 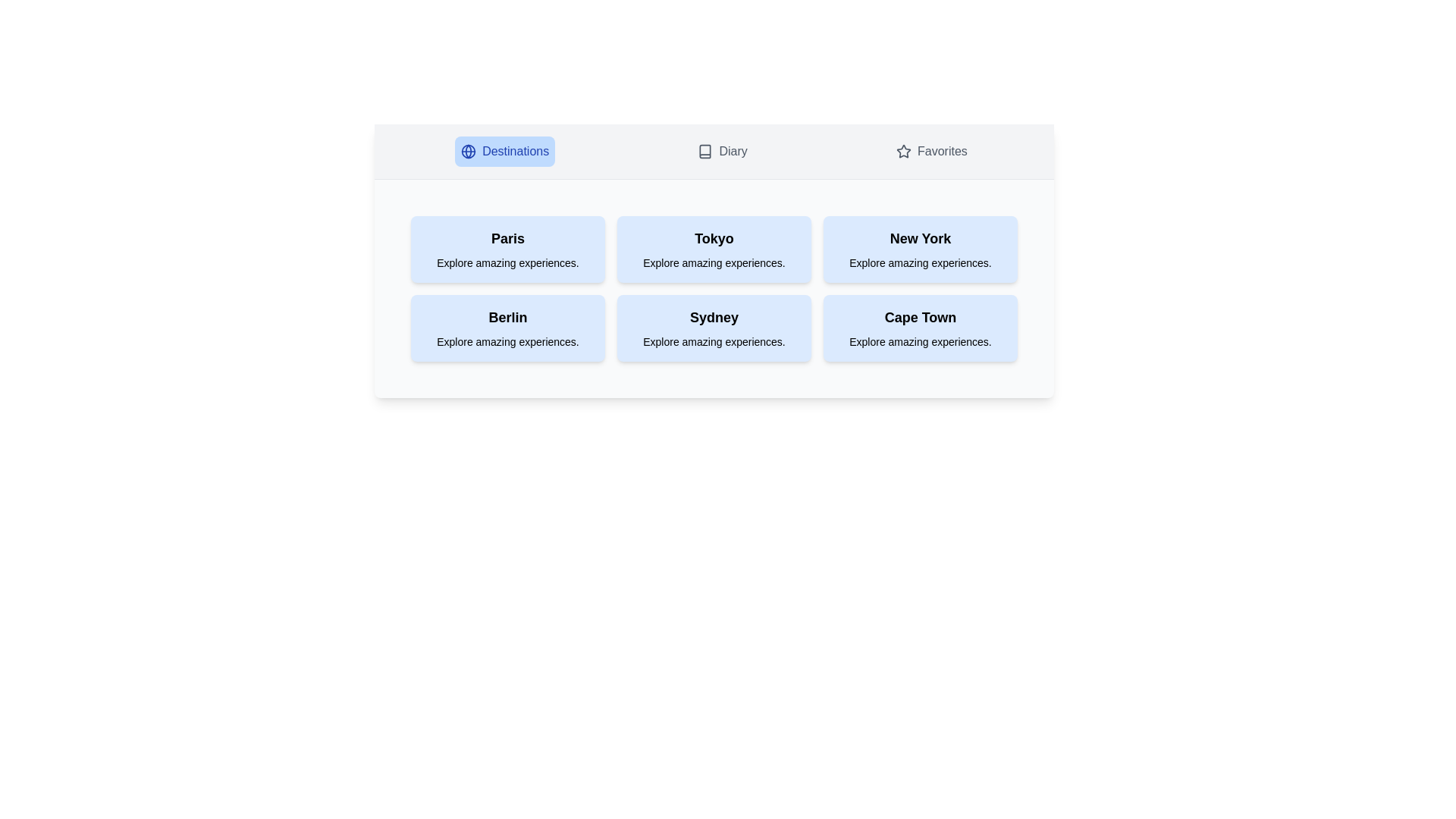 I want to click on the destination card labeled Paris, so click(x=508, y=248).